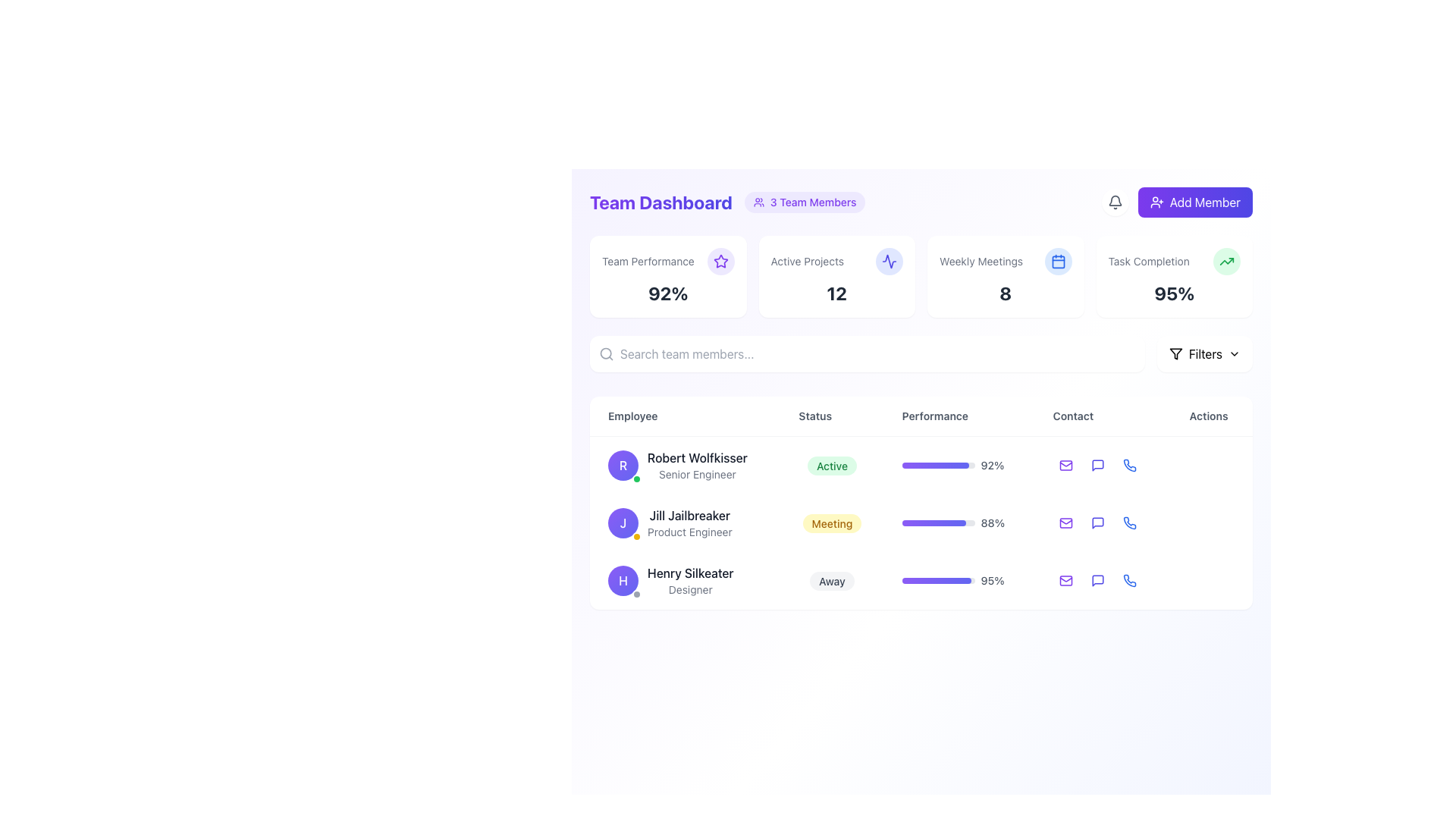 Image resolution: width=1456 pixels, height=819 pixels. Describe the element at coordinates (959, 580) in the screenshot. I see `the value of the progress bar indicating a performance measure of 95% for Henry Silkeater in the employee status table` at that location.